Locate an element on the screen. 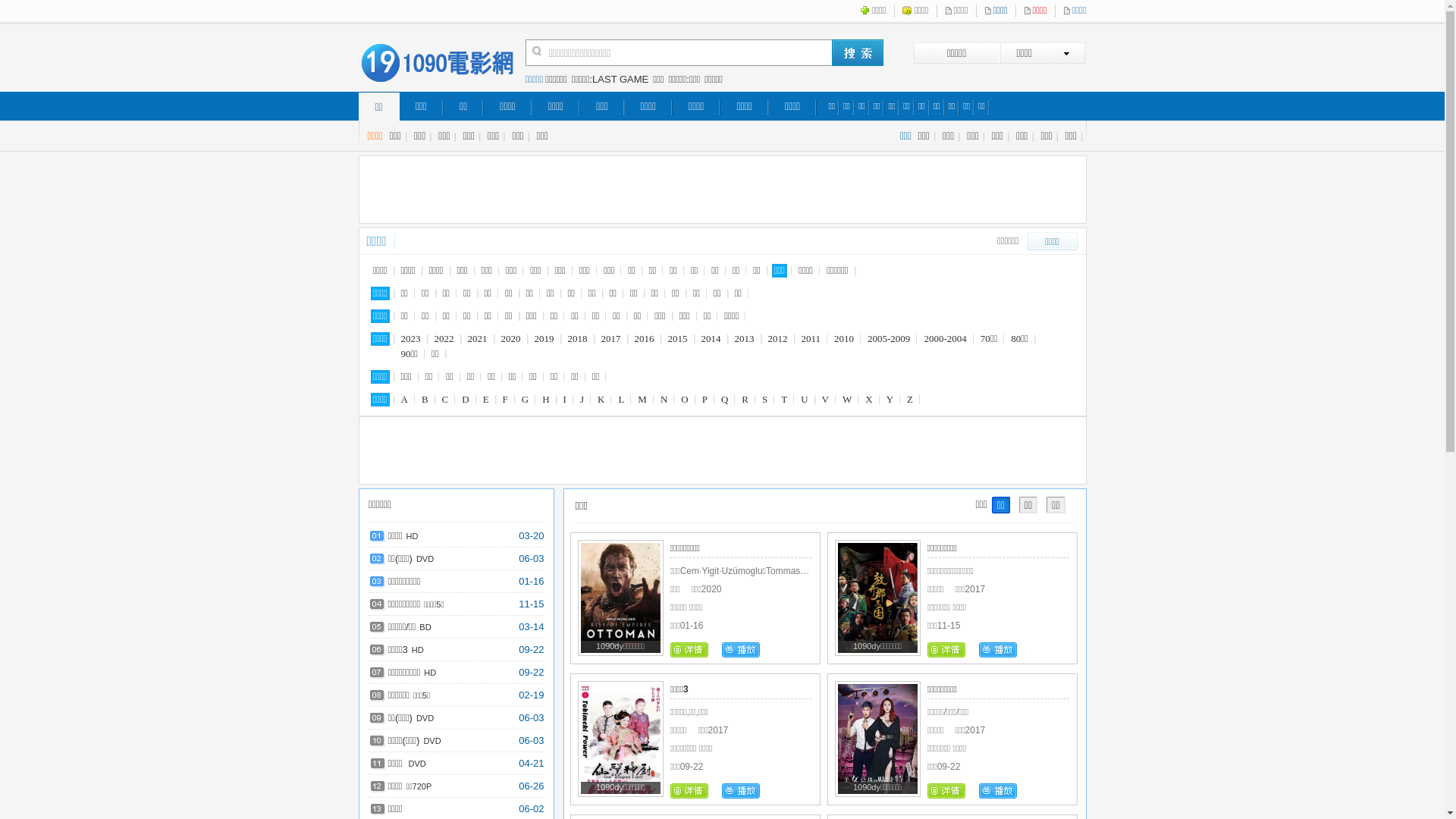  'A' is located at coordinates (399, 399).